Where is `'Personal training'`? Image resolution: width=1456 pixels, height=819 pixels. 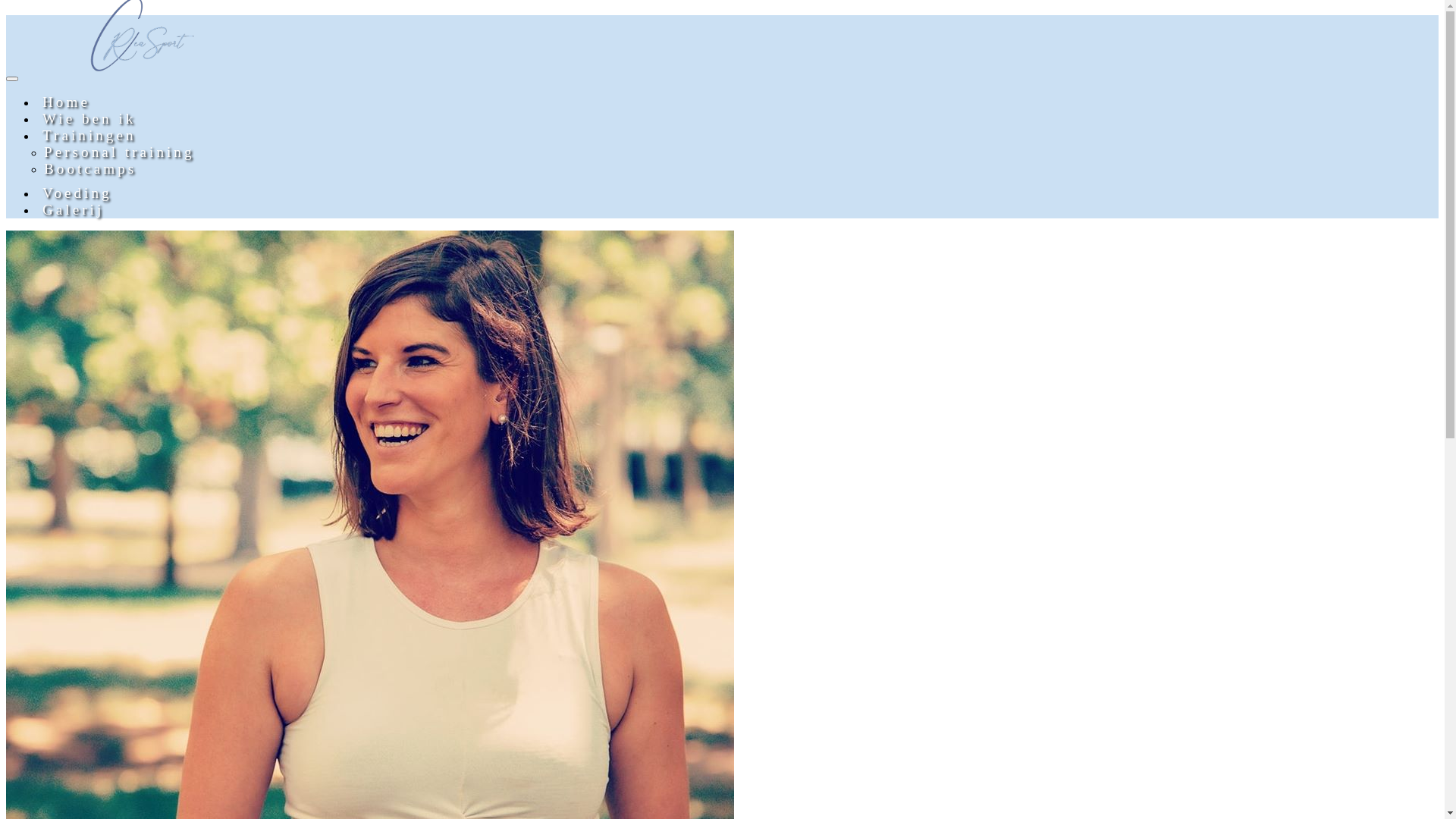
'Personal training' is located at coordinates (118, 152).